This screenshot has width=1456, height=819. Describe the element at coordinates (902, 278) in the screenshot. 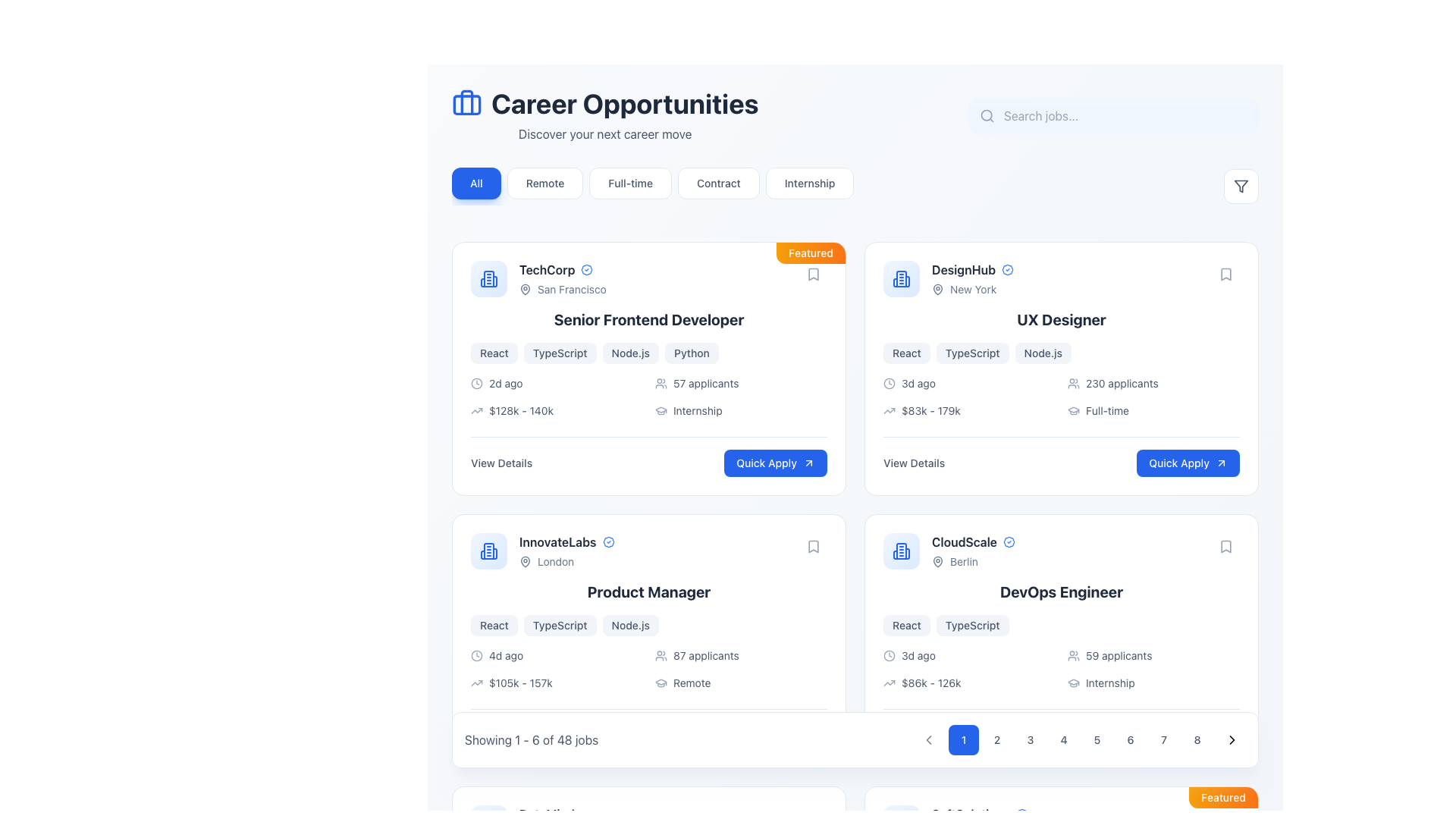

I see `the 'DesignHub' icon, which is centered within a rounded blue-gradient background in the top right section of the grid layout under the 'Career Opportunities' heading` at that location.